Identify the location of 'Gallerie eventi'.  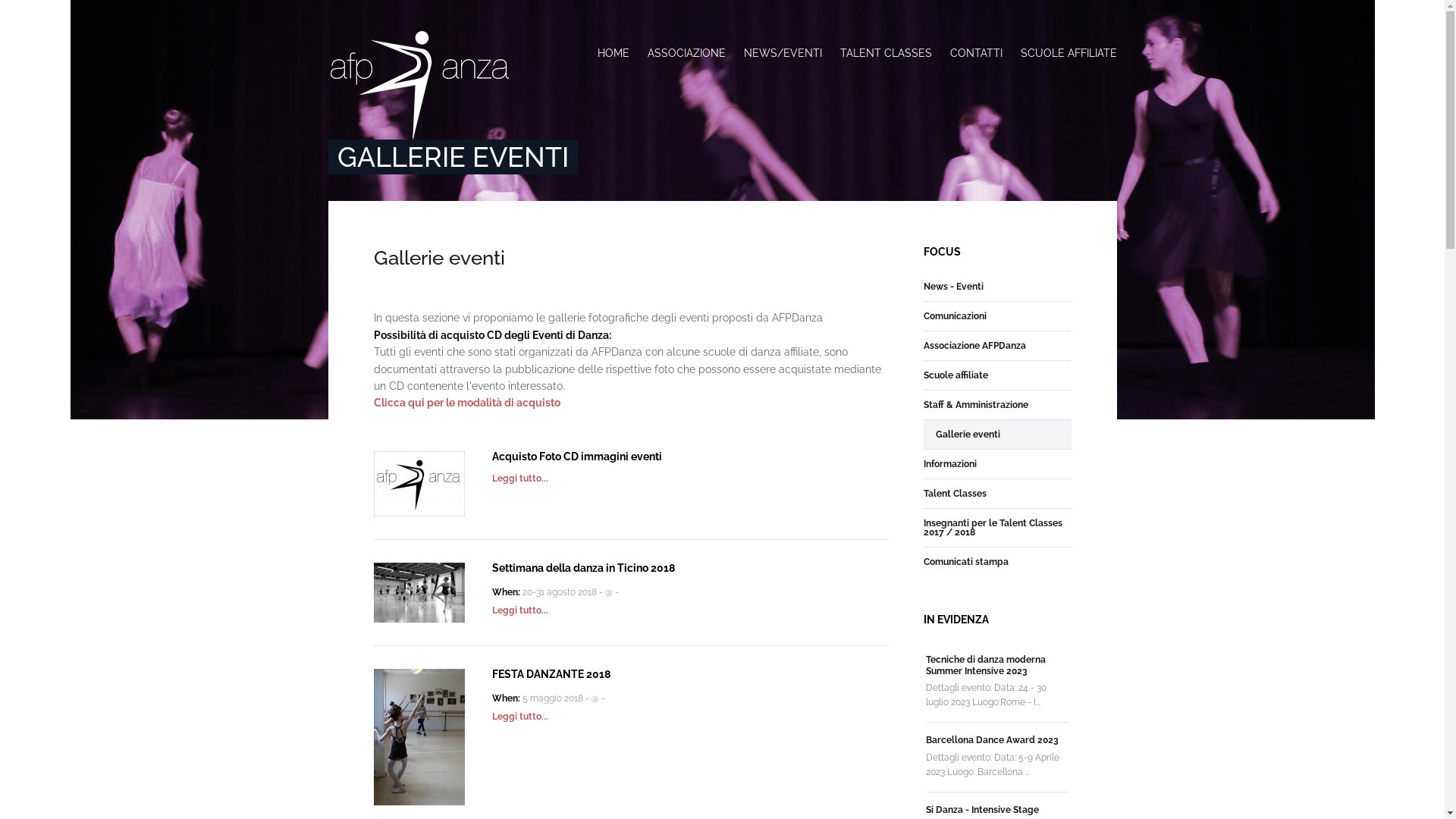
(967, 435).